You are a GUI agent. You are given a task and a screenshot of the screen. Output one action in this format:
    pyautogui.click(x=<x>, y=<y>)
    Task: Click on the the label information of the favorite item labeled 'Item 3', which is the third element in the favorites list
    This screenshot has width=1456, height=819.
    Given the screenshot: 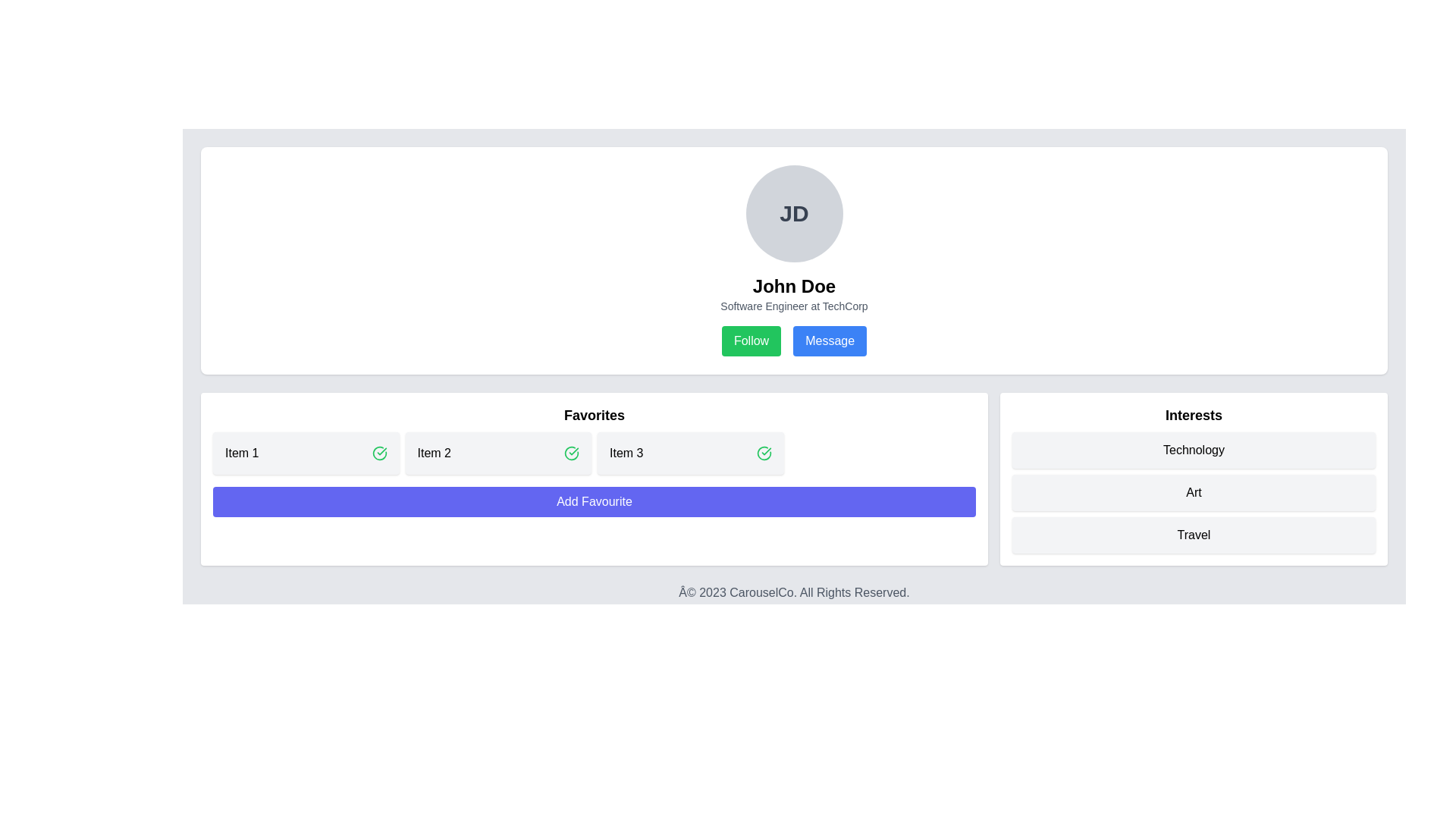 What is the action you would take?
    pyautogui.click(x=689, y=452)
    